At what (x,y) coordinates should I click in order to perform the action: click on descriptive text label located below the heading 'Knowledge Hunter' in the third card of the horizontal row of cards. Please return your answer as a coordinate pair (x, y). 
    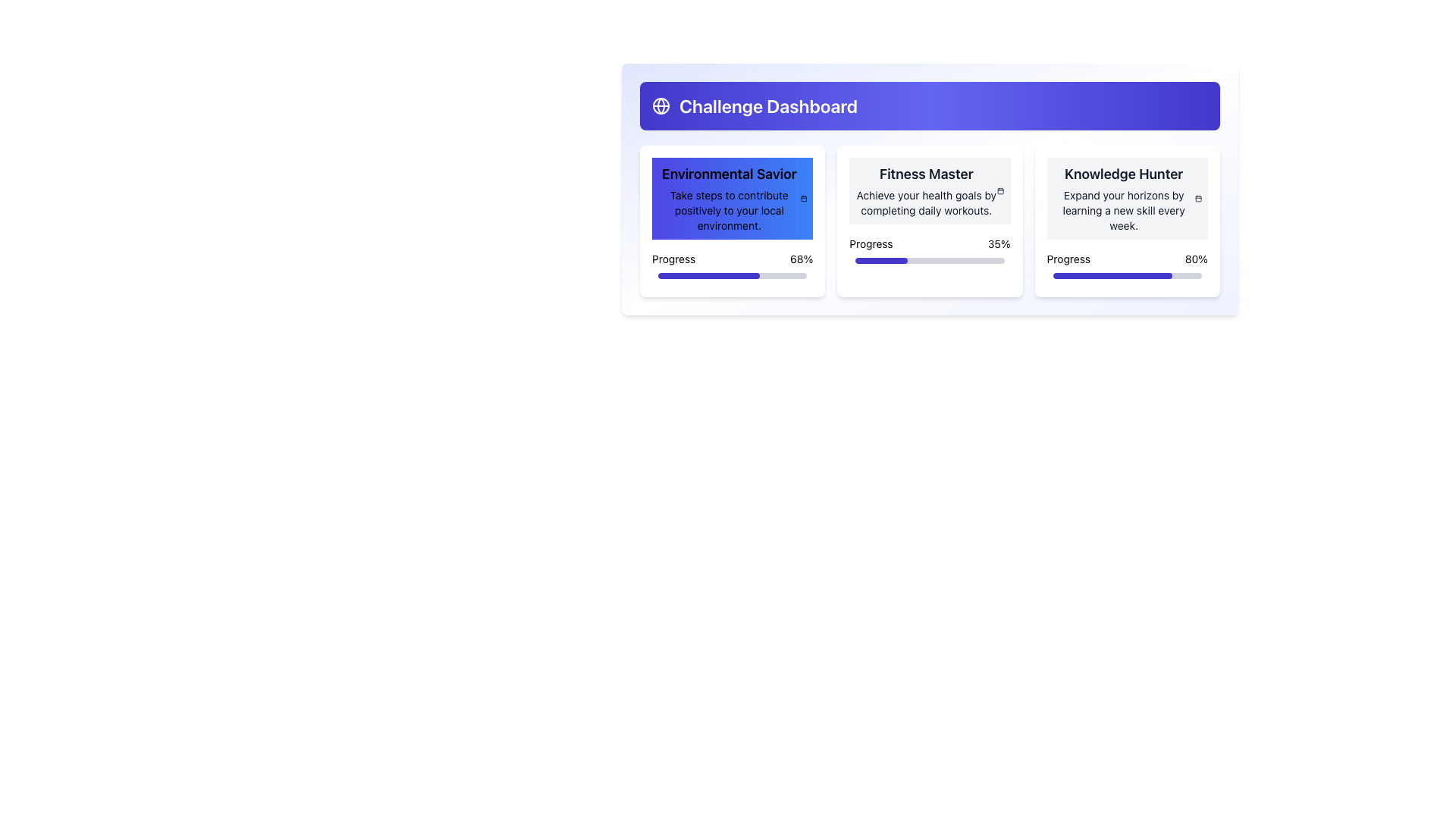
    Looking at the image, I should click on (1124, 210).